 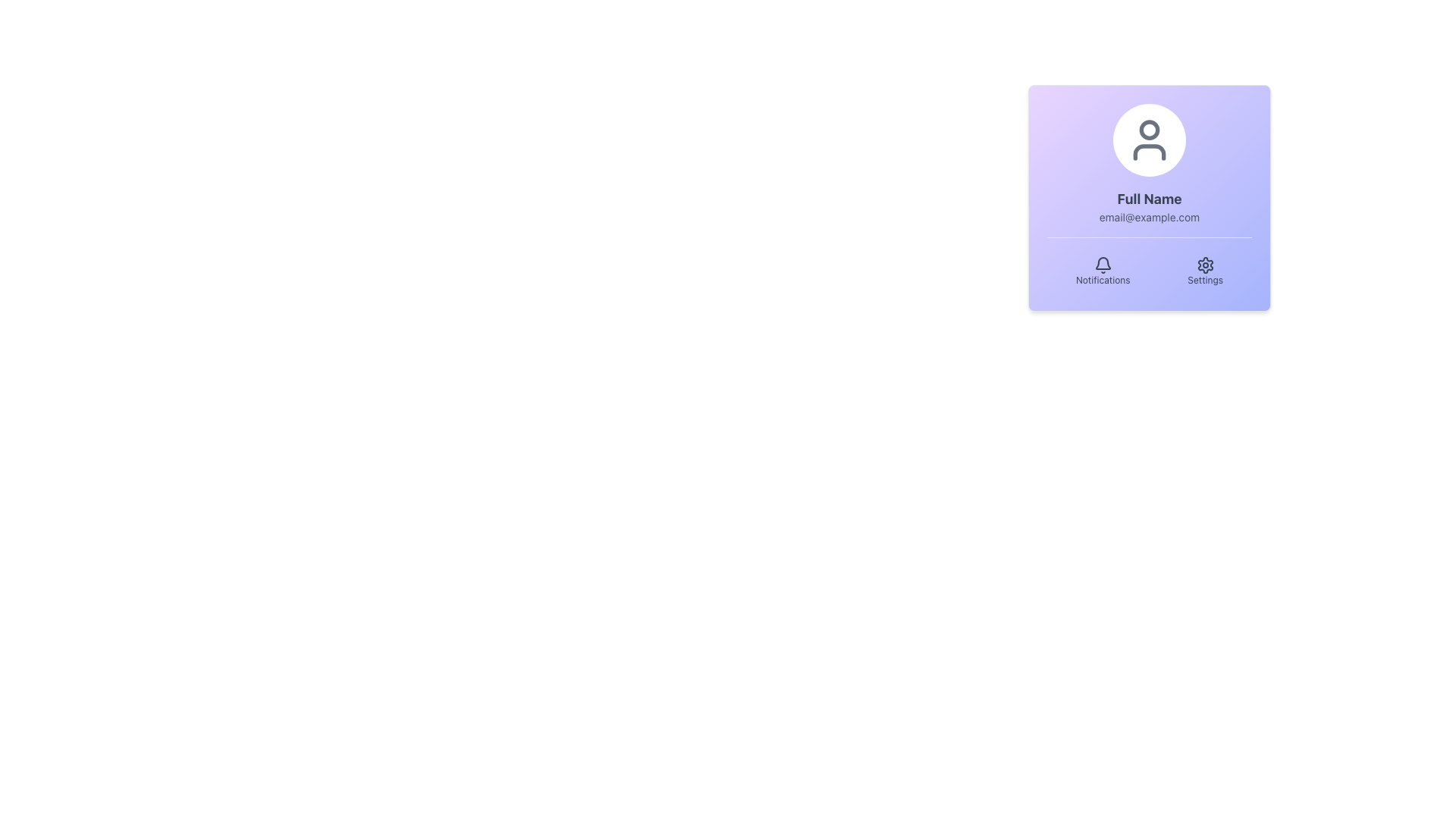 What do you see at coordinates (1204, 265) in the screenshot?
I see `the gear icon button located beneath the 'Settings' label` at bounding box center [1204, 265].